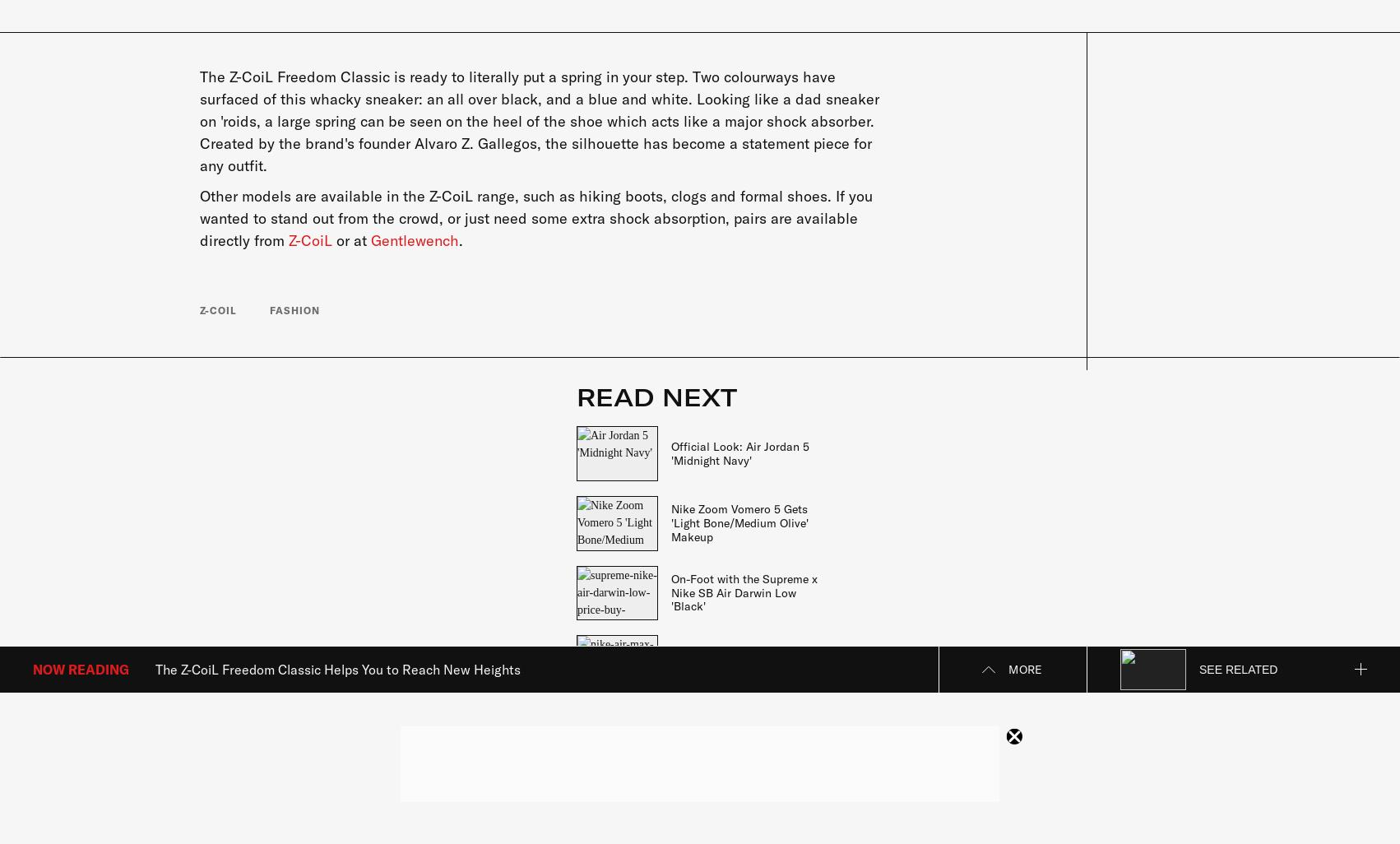 The image size is (1400, 844). I want to click on 'The Z-CoiL Freedom Classic is ready to literally put a spring in your step. Two colourways have surfaced of this whacky sneaker: an all over black, and a blue and white. Looking like a dad sneaker on 'roids, a large spring can be seen on the heel of the shoe which acts like a major shock absorber. Created by the brand's founder Alvaro Z. Gallegos, the silhouette has become a statement piece for any outfit.', so click(538, 120).